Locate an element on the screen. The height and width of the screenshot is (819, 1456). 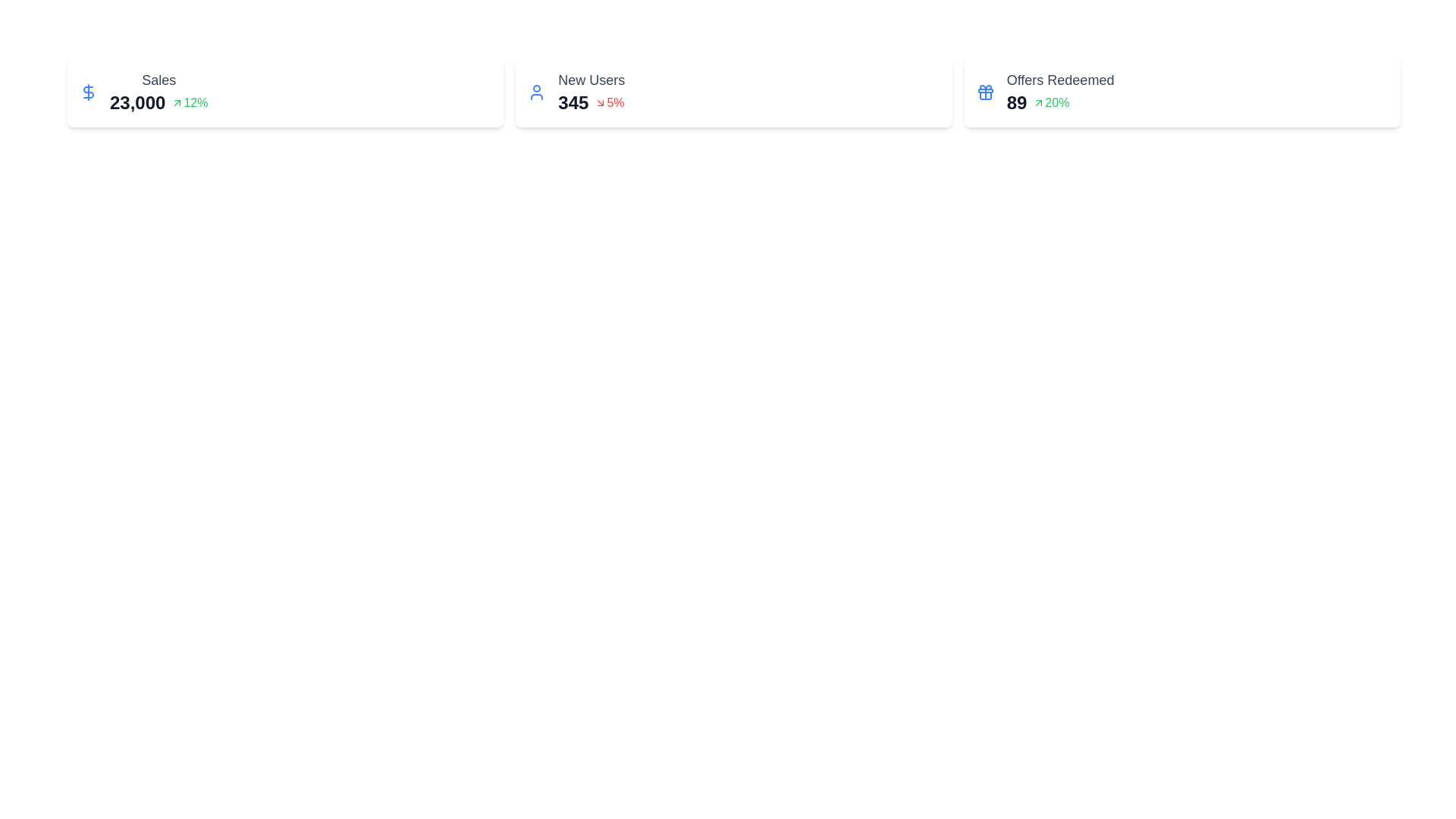
the Static Text element displaying '20%' in green, which is styled in bold and positioned near an upward arrow icon, indicating a positive increase is located at coordinates (1056, 102).